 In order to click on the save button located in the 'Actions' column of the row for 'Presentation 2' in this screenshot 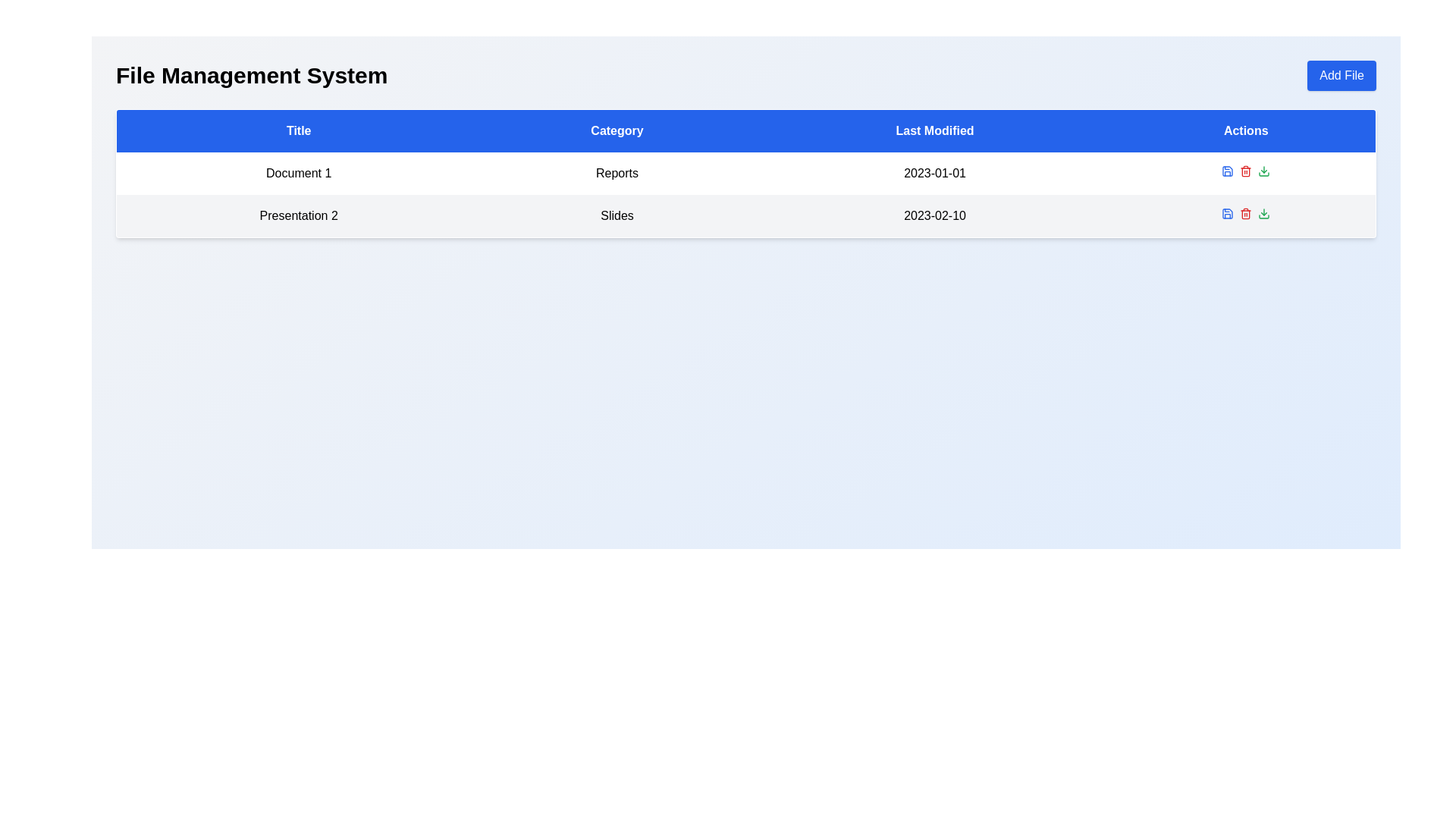, I will do `click(1228, 213)`.